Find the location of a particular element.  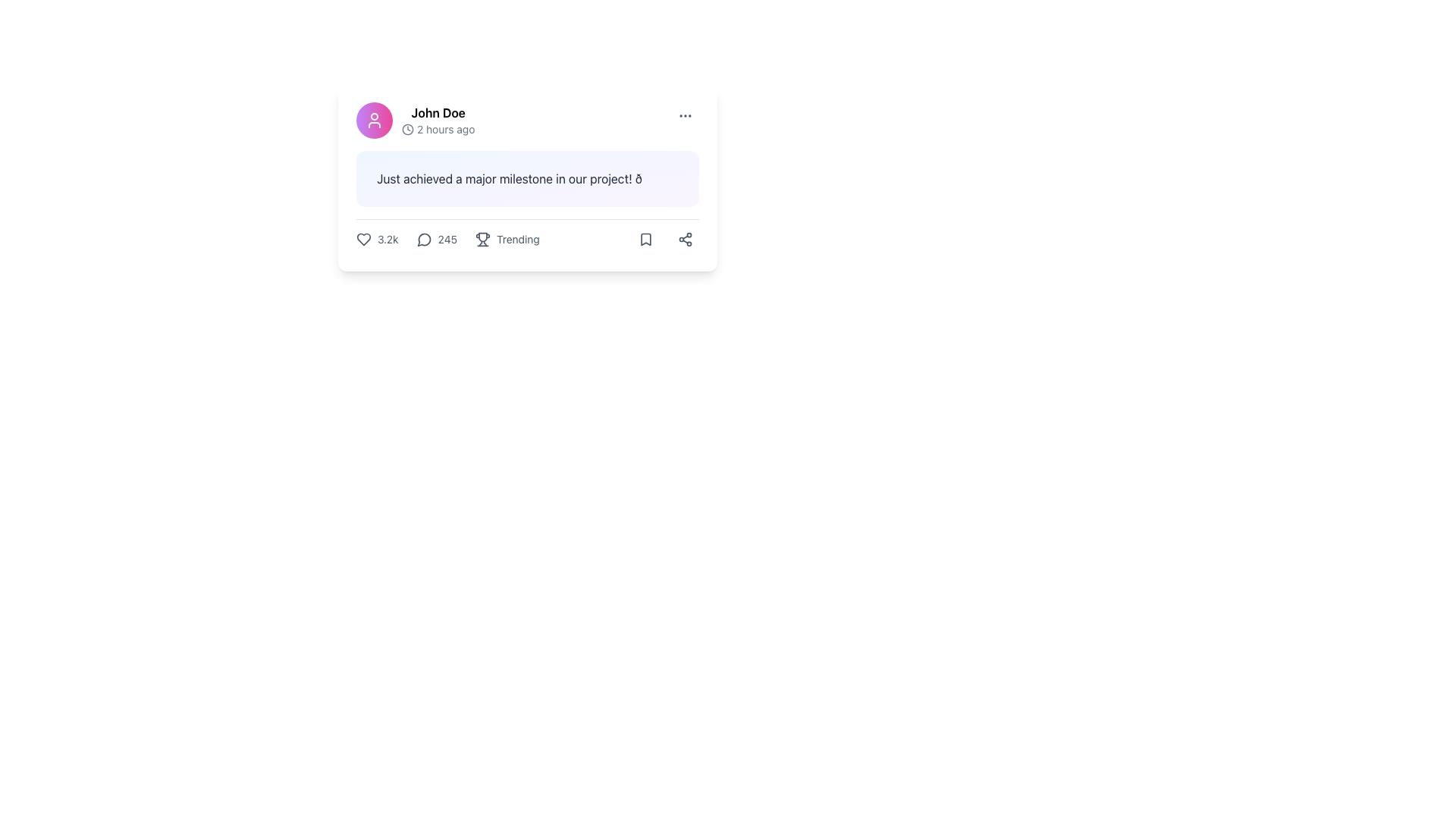

the bold name 'John Doe' in the top left section of the user post card is located at coordinates (438, 119).